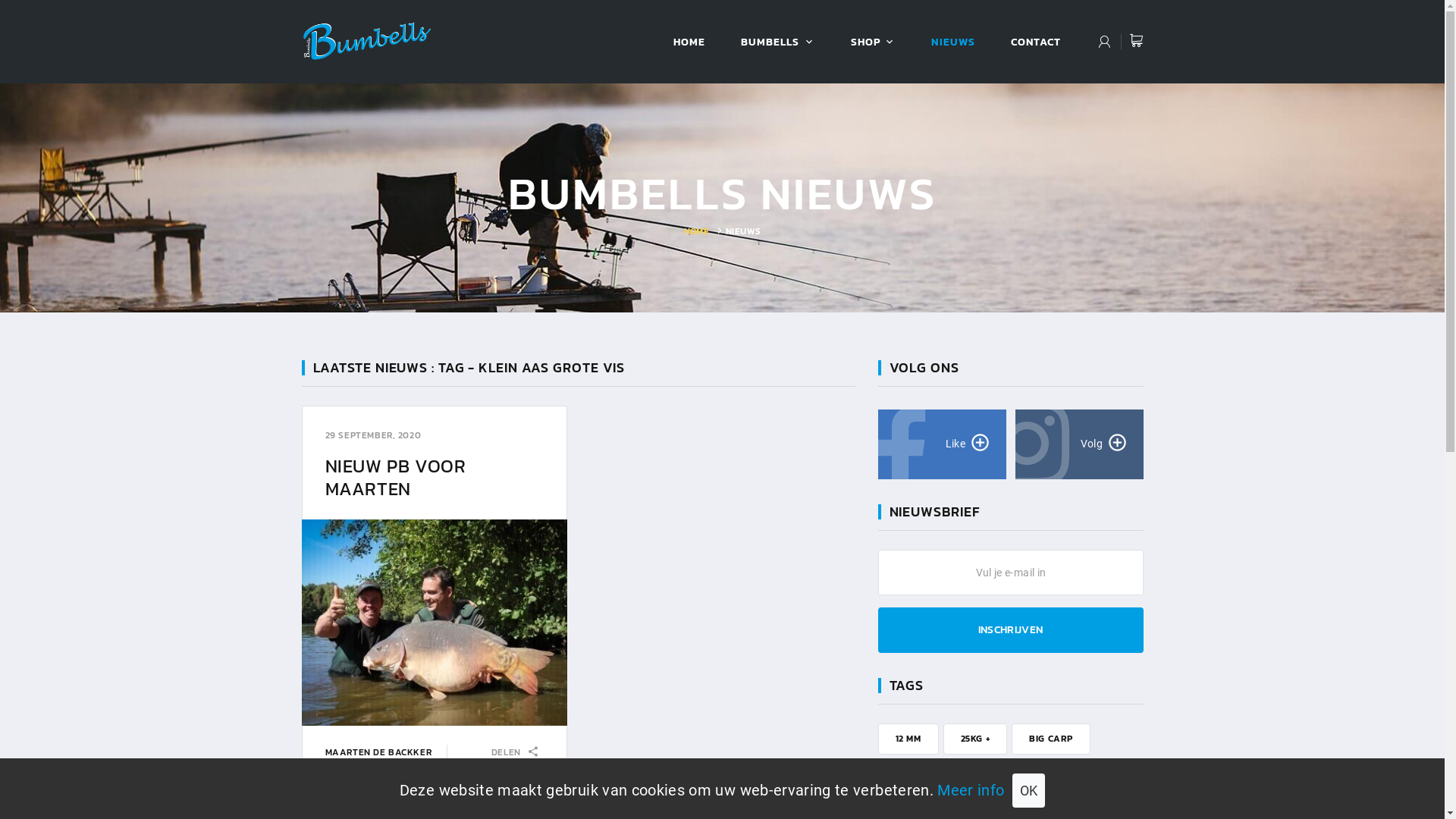 The width and height of the screenshot is (1456, 819). What do you see at coordinates (975, 738) in the screenshot?
I see `'25KG +'` at bounding box center [975, 738].